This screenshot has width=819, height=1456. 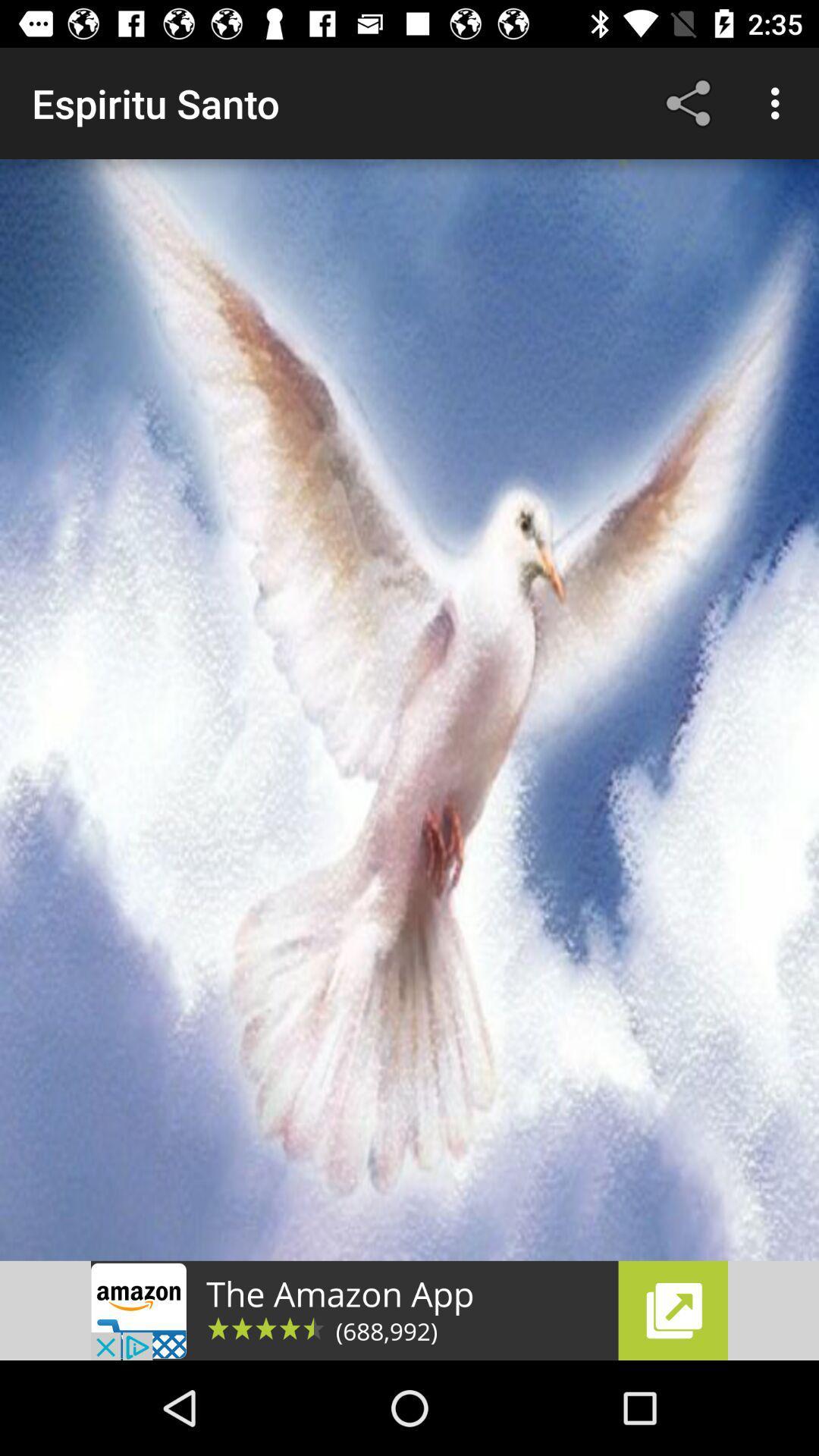 I want to click on external advertisement, so click(x=409, y=1310).